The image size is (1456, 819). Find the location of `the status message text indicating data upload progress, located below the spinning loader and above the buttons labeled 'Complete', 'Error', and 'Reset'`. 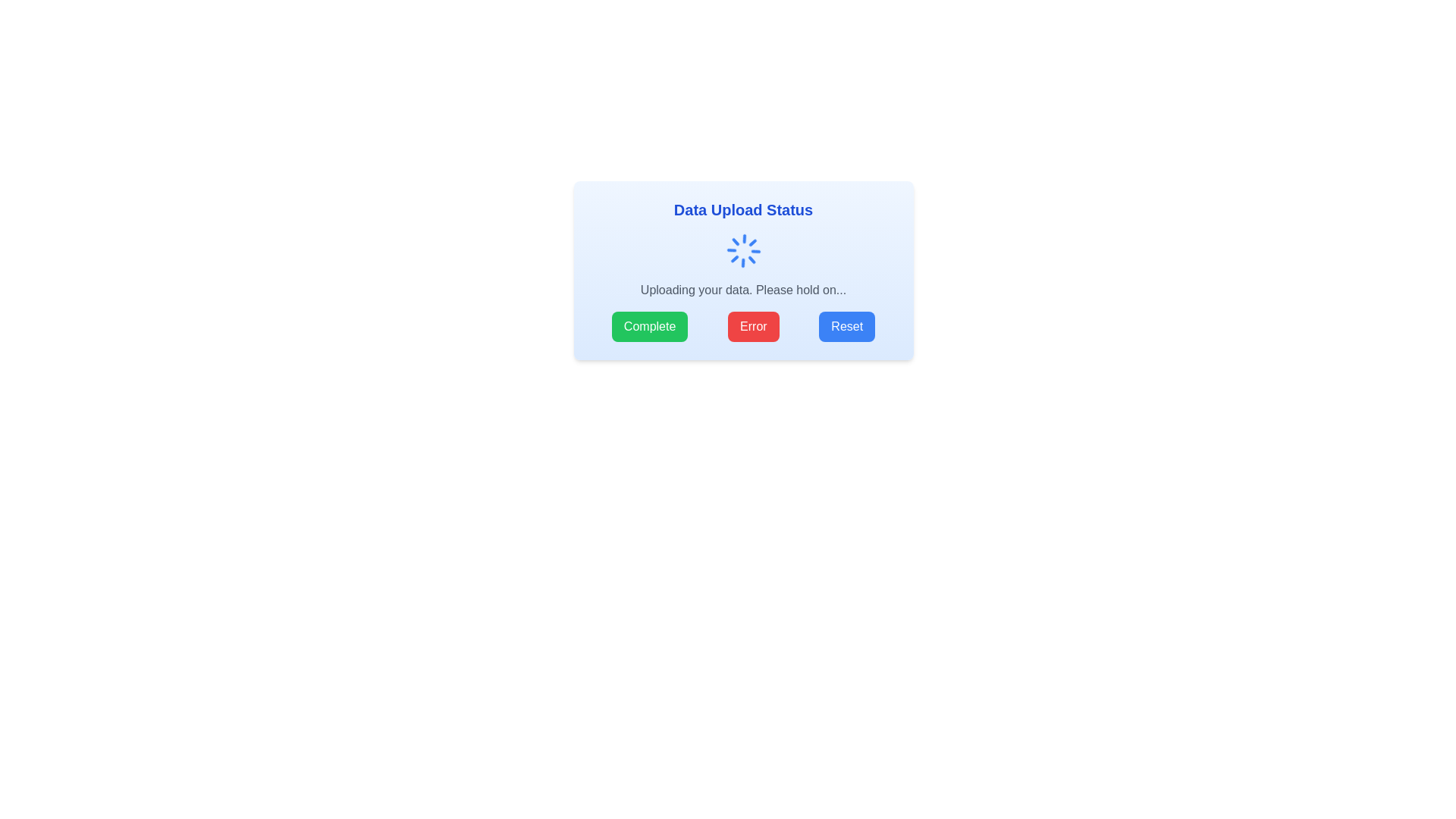

the status message text indicating data upload progress, located below the spinning loader and above the buttons labeled 'Complete', 'Error', and 'Reset' is located at coordinates (743, 290).